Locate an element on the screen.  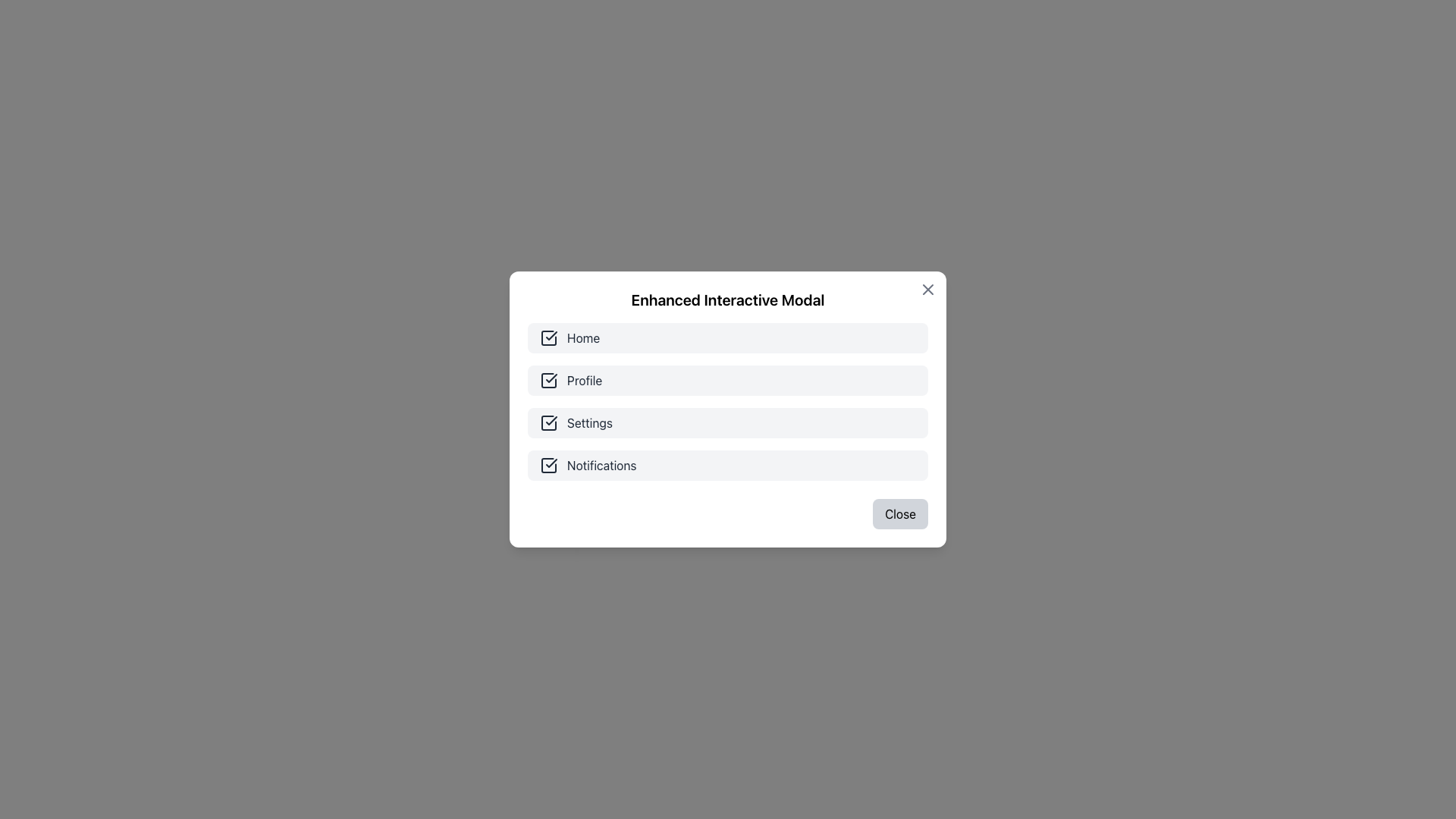
the 'Close' button located at the bottom right corner of the modal dialog to change its background color is located at coordinates (900, 513).